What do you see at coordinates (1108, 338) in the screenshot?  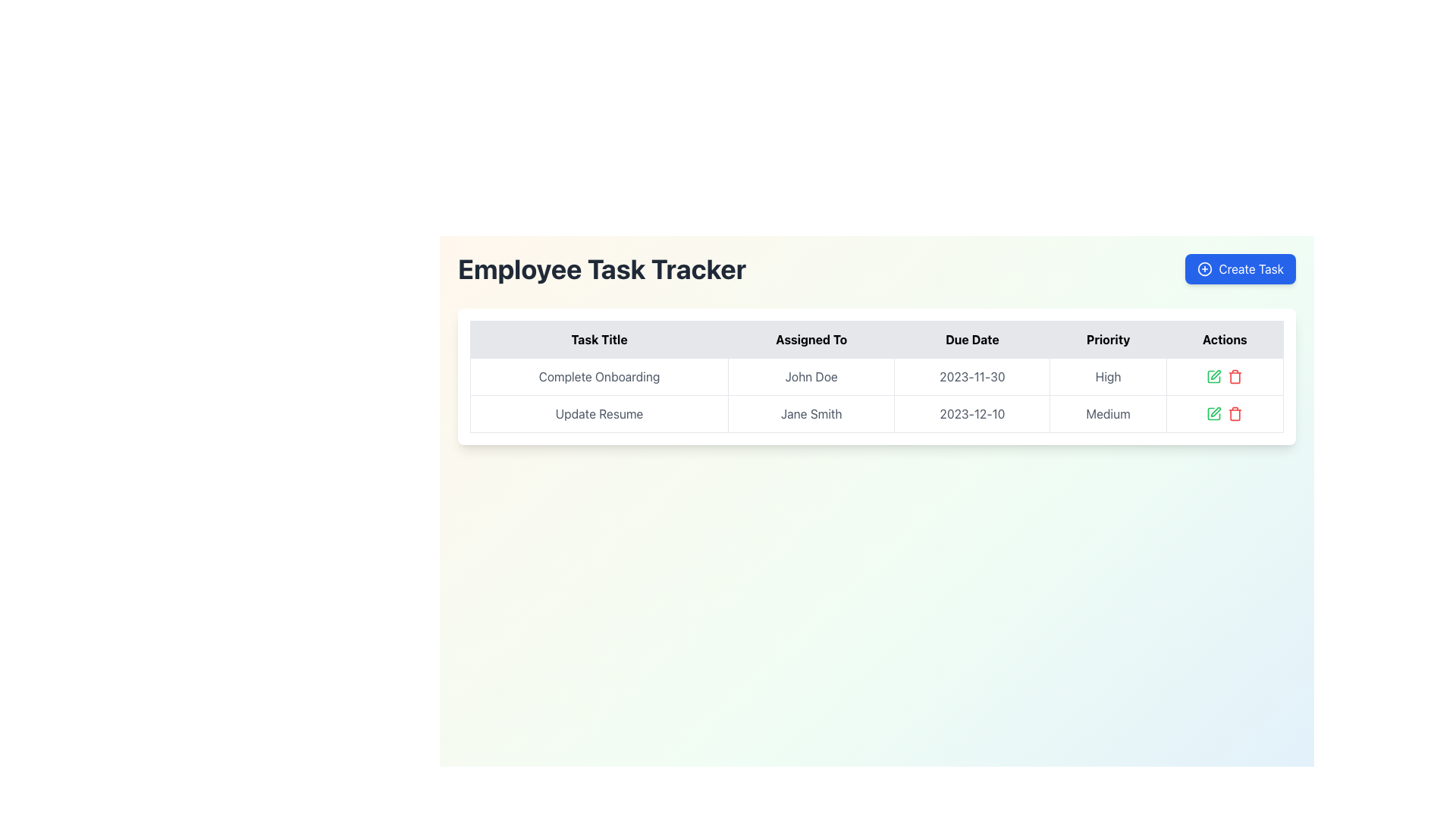 I see `the Table Header Cell labeled 'Priority' which is the fourth cell from the left in the header table, characterized by its light gray background and bold black text` at bounding box center [1108, 338].